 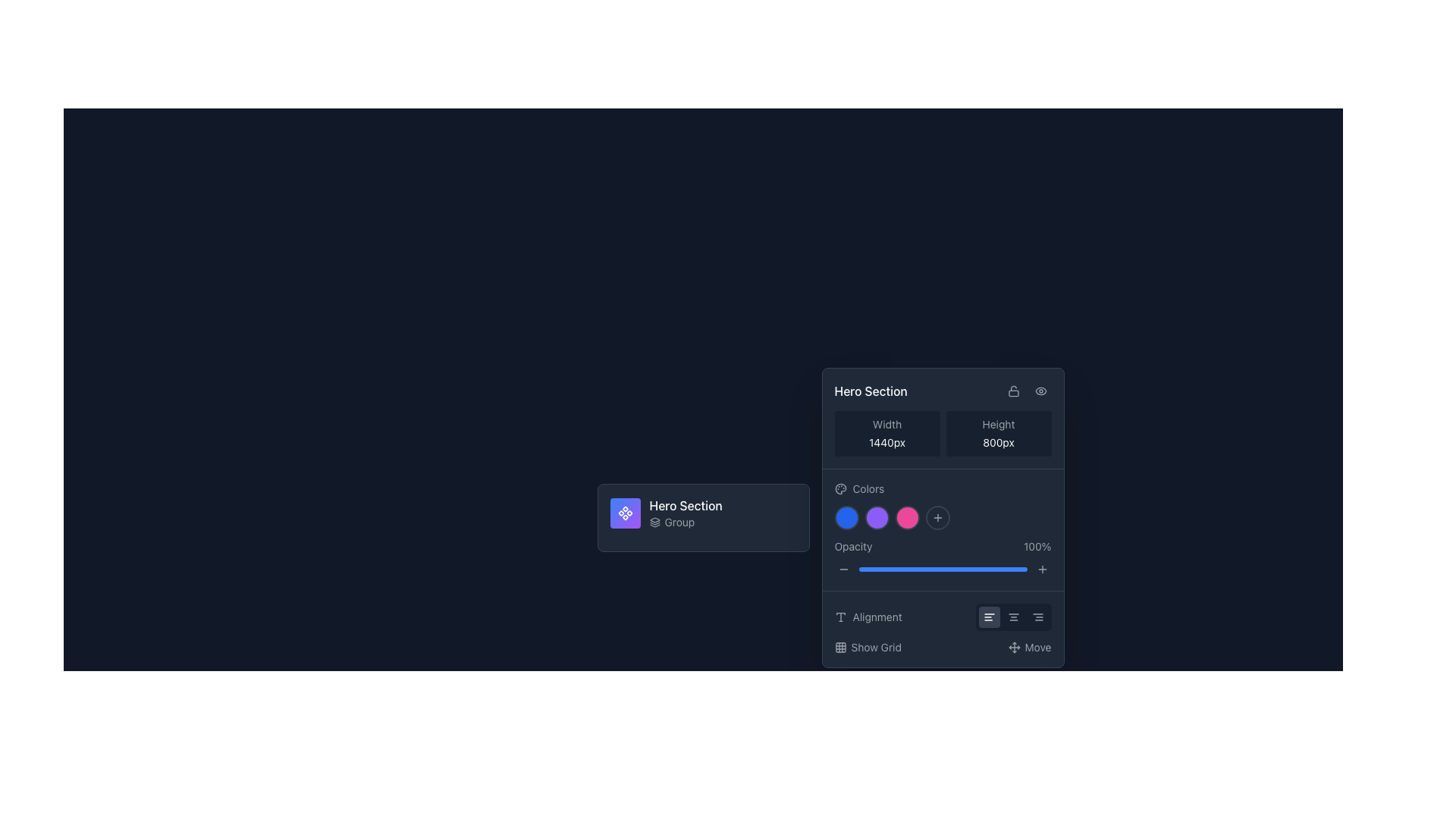 I want to click on the second circular button with a purple fill and black border, located in the horizontal row of buttons near the center-right of the interface, so click(x=877, y=516).